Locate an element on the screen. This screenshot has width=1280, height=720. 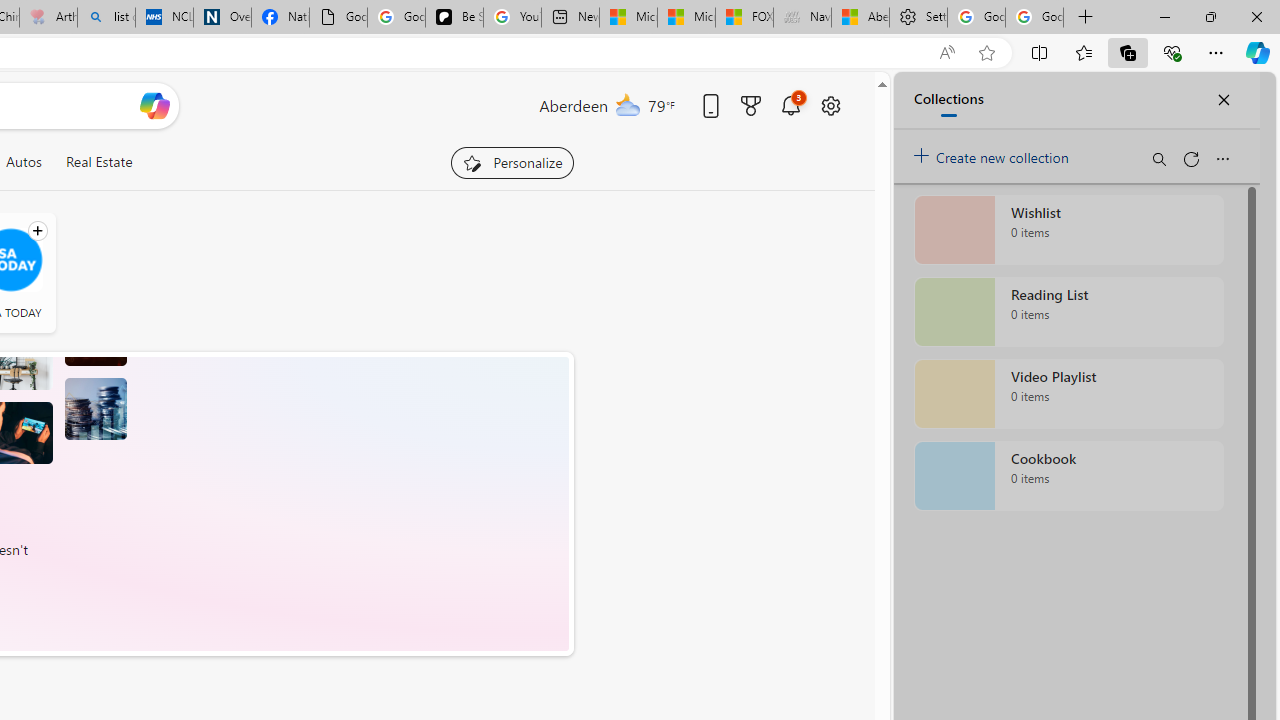
'Aberdeen, Hong Kong SAR hourly forecast | Microsoft Weather' is located at coordinates (860, 17).